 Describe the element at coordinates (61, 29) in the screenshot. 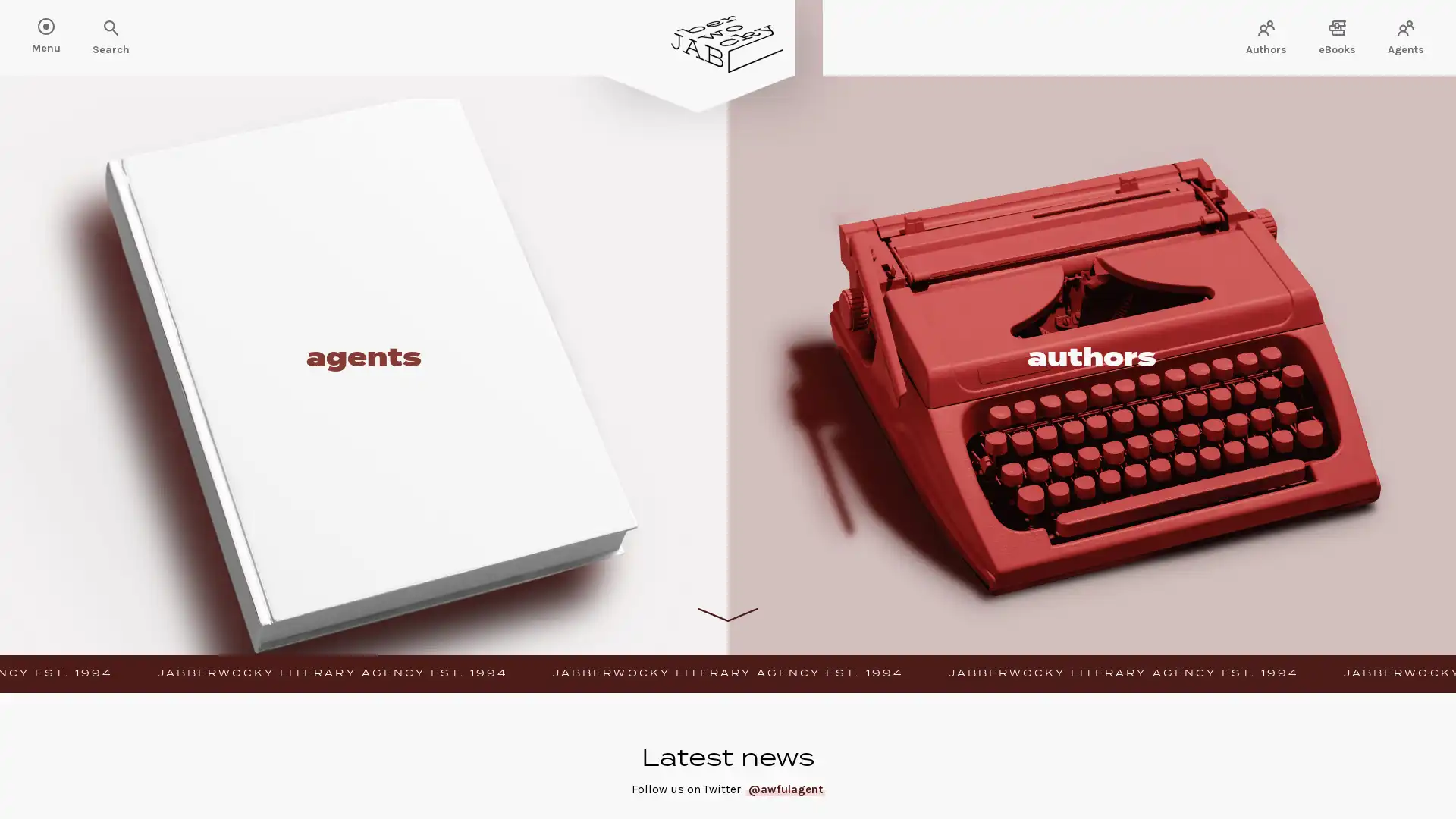

I see `Search` at that location.